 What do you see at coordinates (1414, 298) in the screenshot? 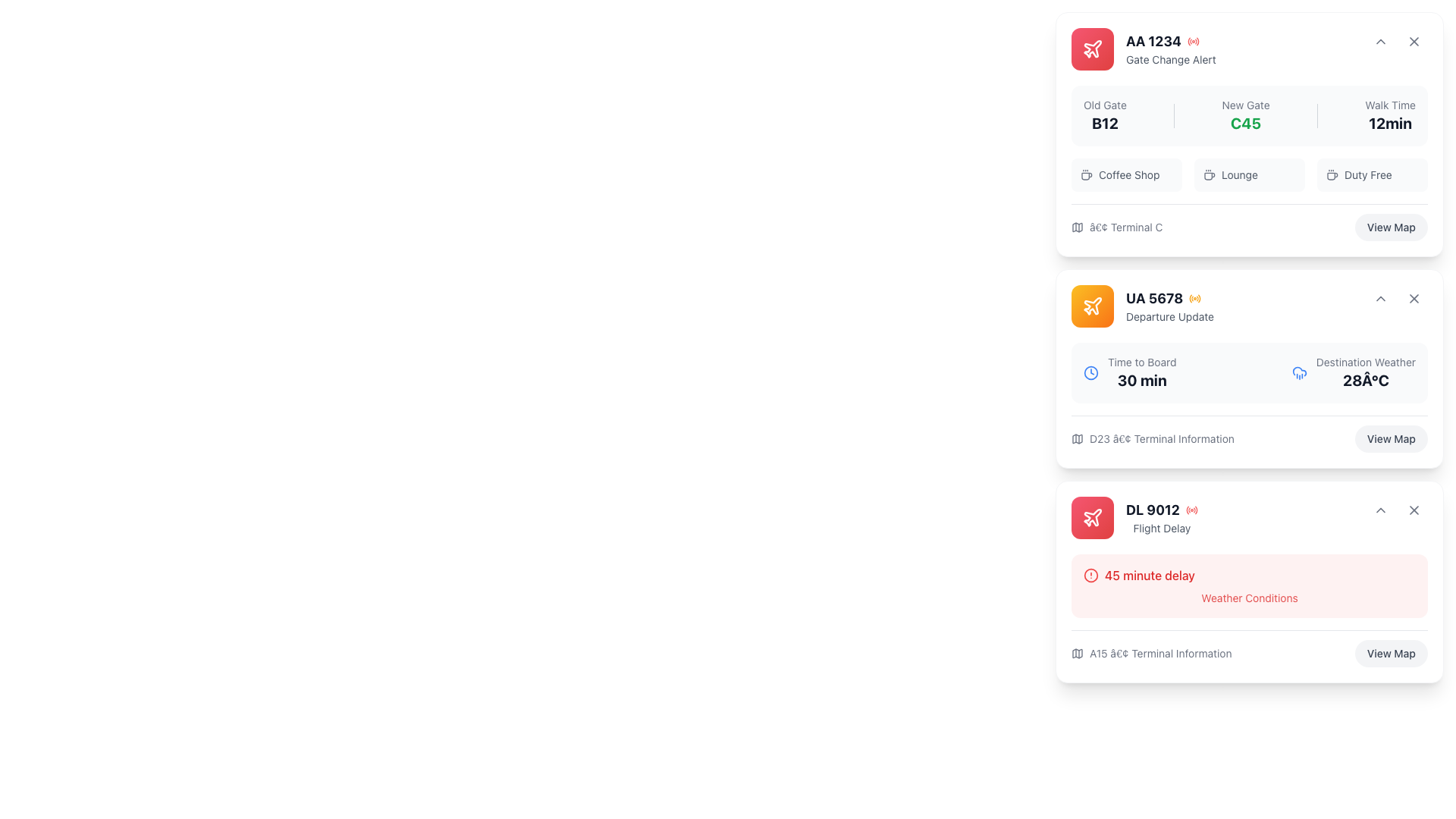
I see `the small 'X' icon in the top-right corner of the card labeled 'UA 5678'` at bounding box center [1414, 298].